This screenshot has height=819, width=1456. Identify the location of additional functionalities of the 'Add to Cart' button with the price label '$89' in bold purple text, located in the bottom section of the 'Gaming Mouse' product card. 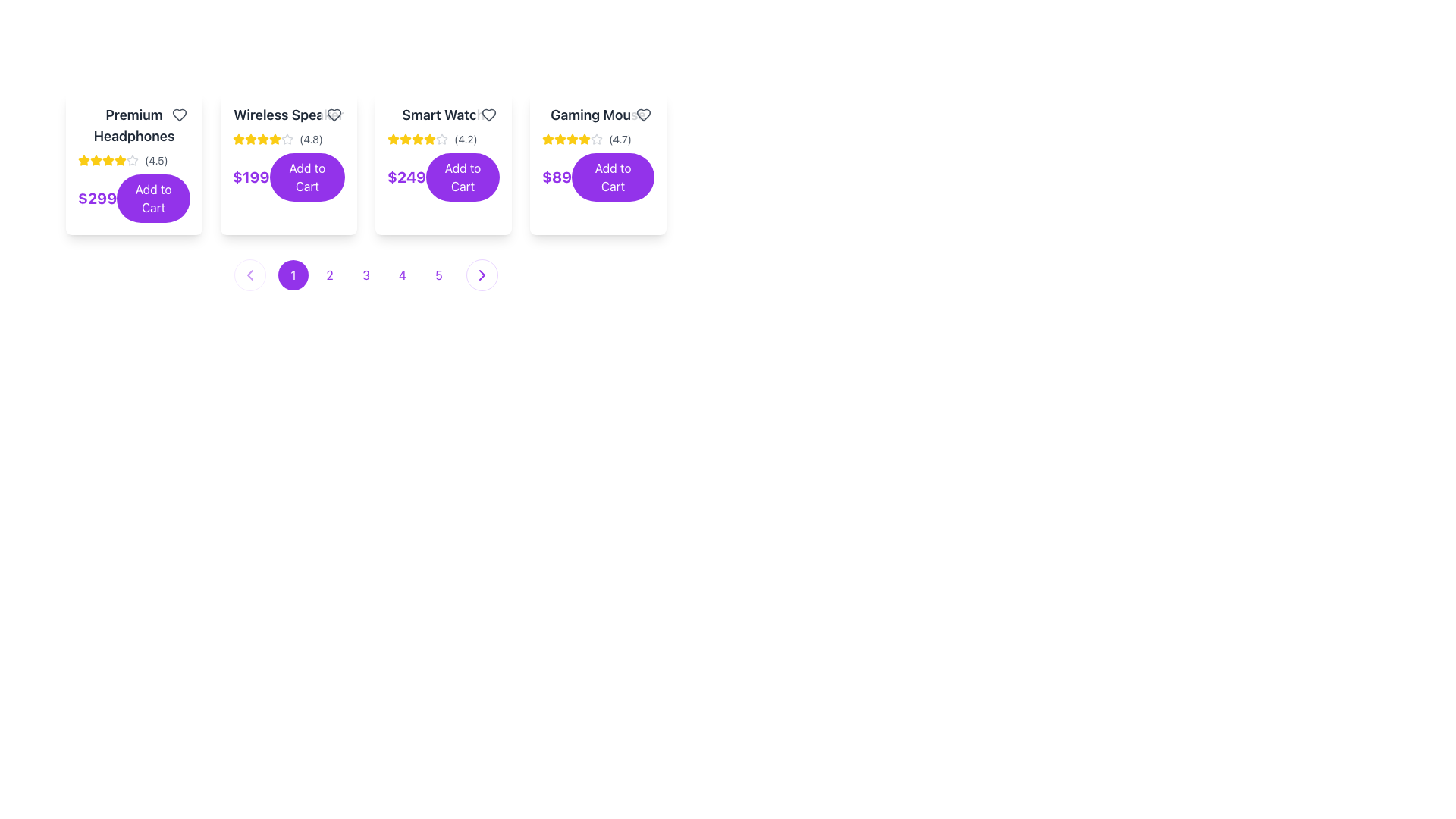
(597, 177).